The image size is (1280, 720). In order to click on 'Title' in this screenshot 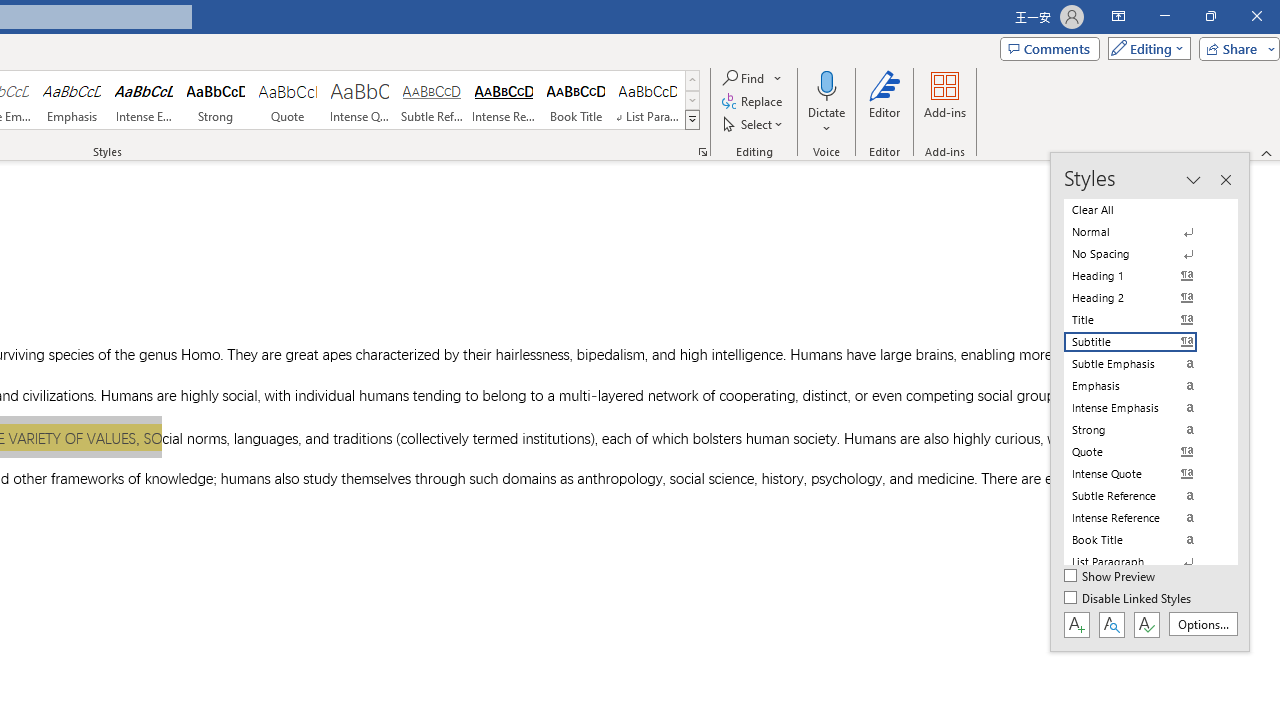, I will do `click(1142, 319)`.